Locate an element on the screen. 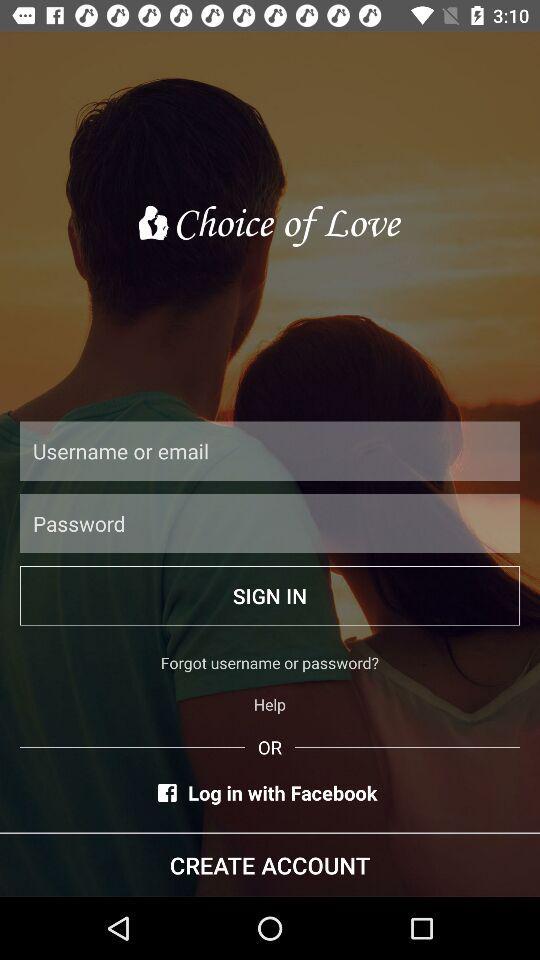 This screenshot has height=960, width=540. icon above the help item is located at coordinates (270, 662).